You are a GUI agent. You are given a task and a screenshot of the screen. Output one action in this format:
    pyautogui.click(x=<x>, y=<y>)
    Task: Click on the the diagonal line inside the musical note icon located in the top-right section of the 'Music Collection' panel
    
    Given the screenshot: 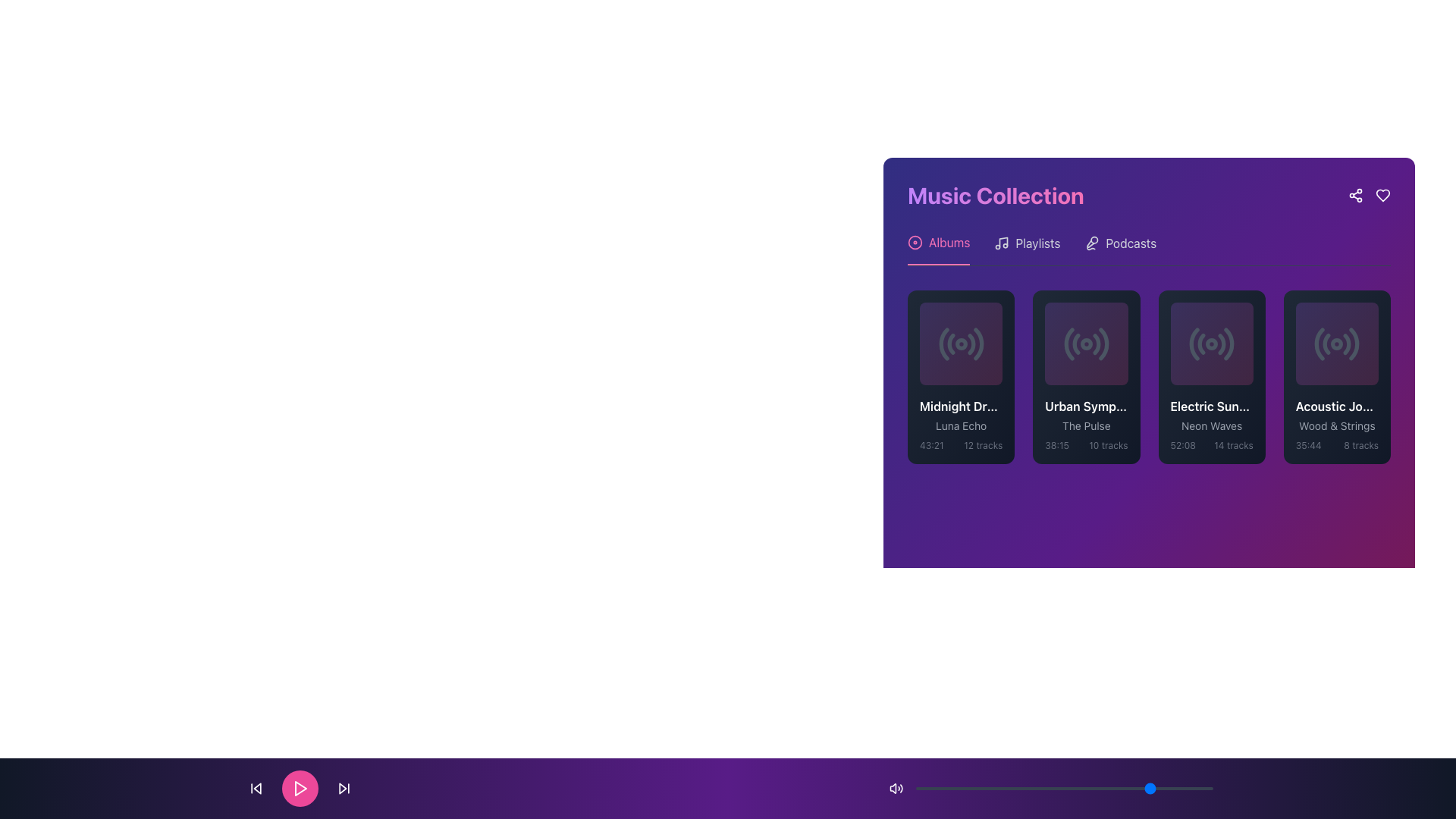 What is the action you would take?
    pyautogui.click(x=1003, y=241)
    